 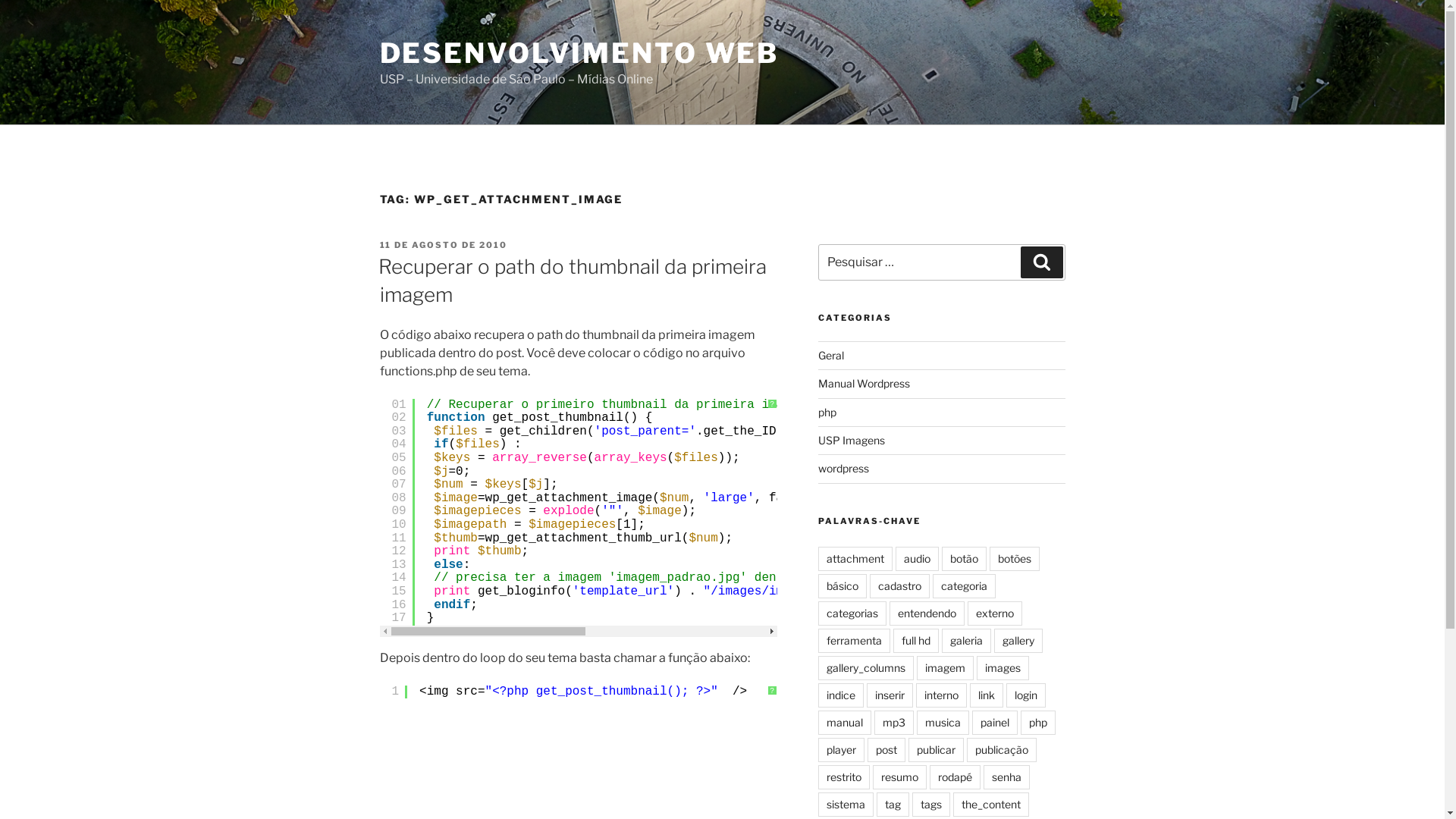 I want to click on 'Recuperar o path do thumbnail da primeira imagem', so click(x=570, y=280).